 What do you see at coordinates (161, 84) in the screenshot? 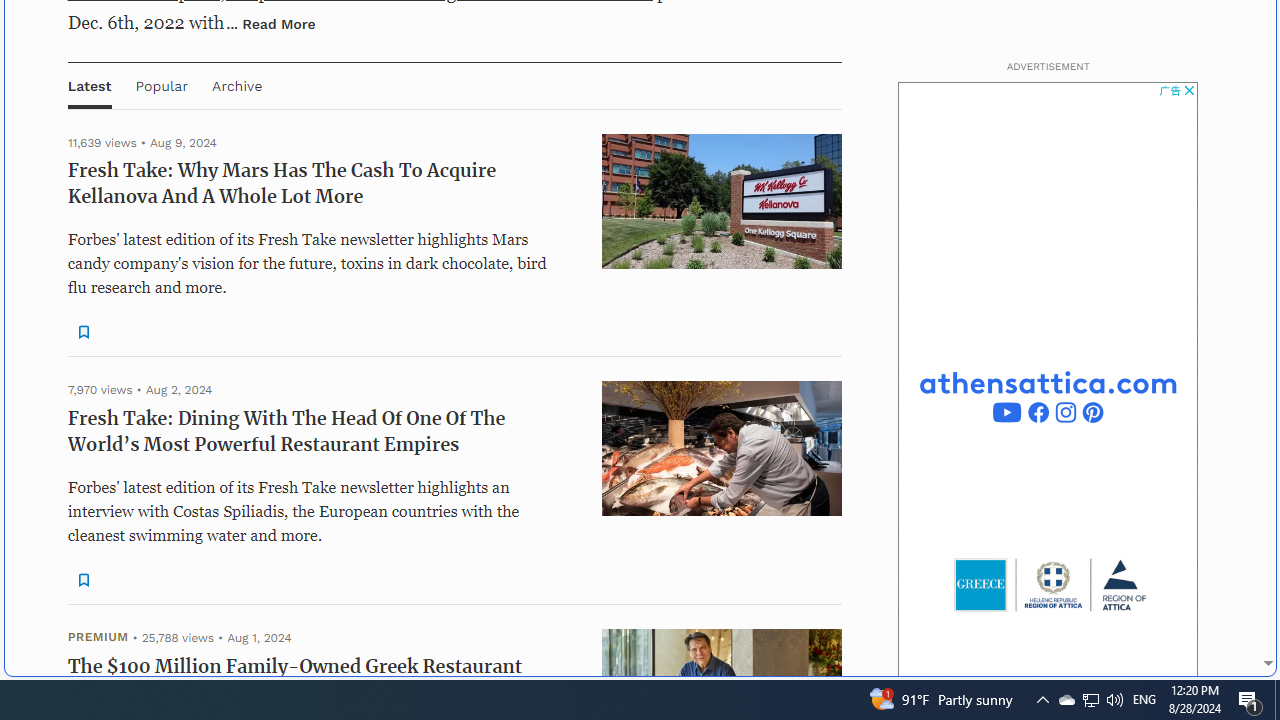
I see `'Popular'` at bounding box center [161, 84].